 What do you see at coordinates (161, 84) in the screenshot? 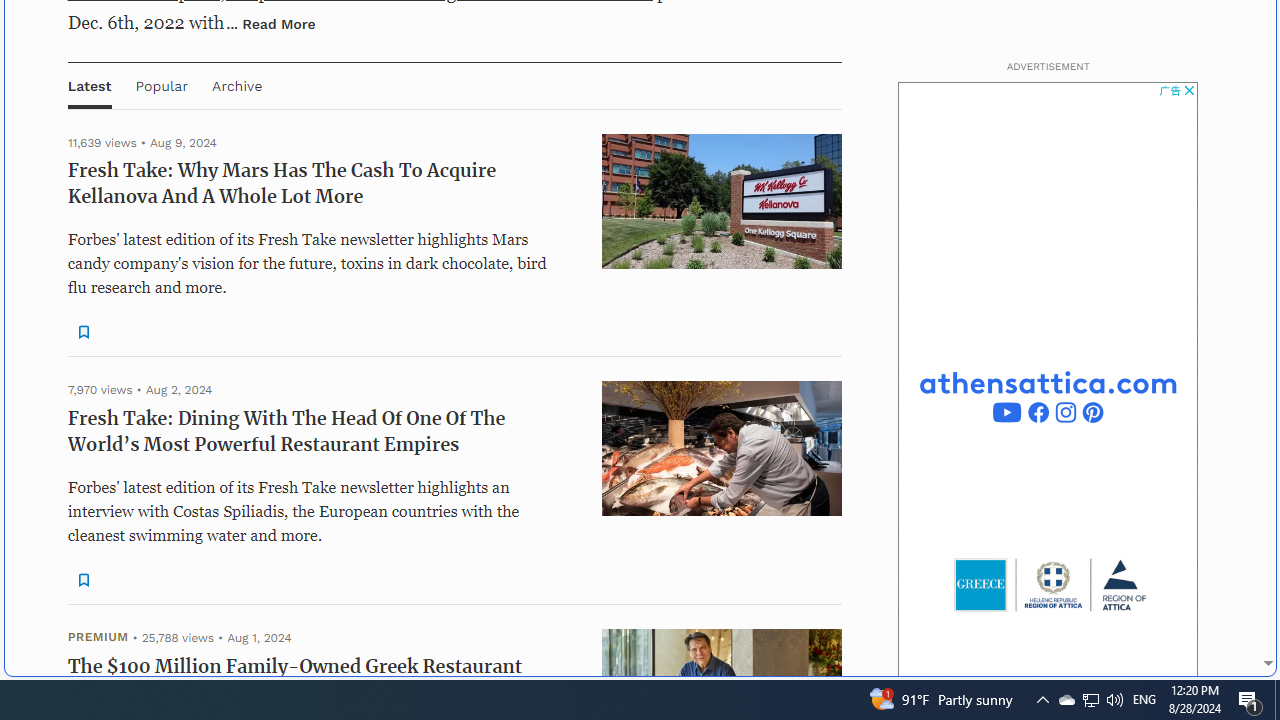
I see `'Popular'` at bounding box center [161, 84].